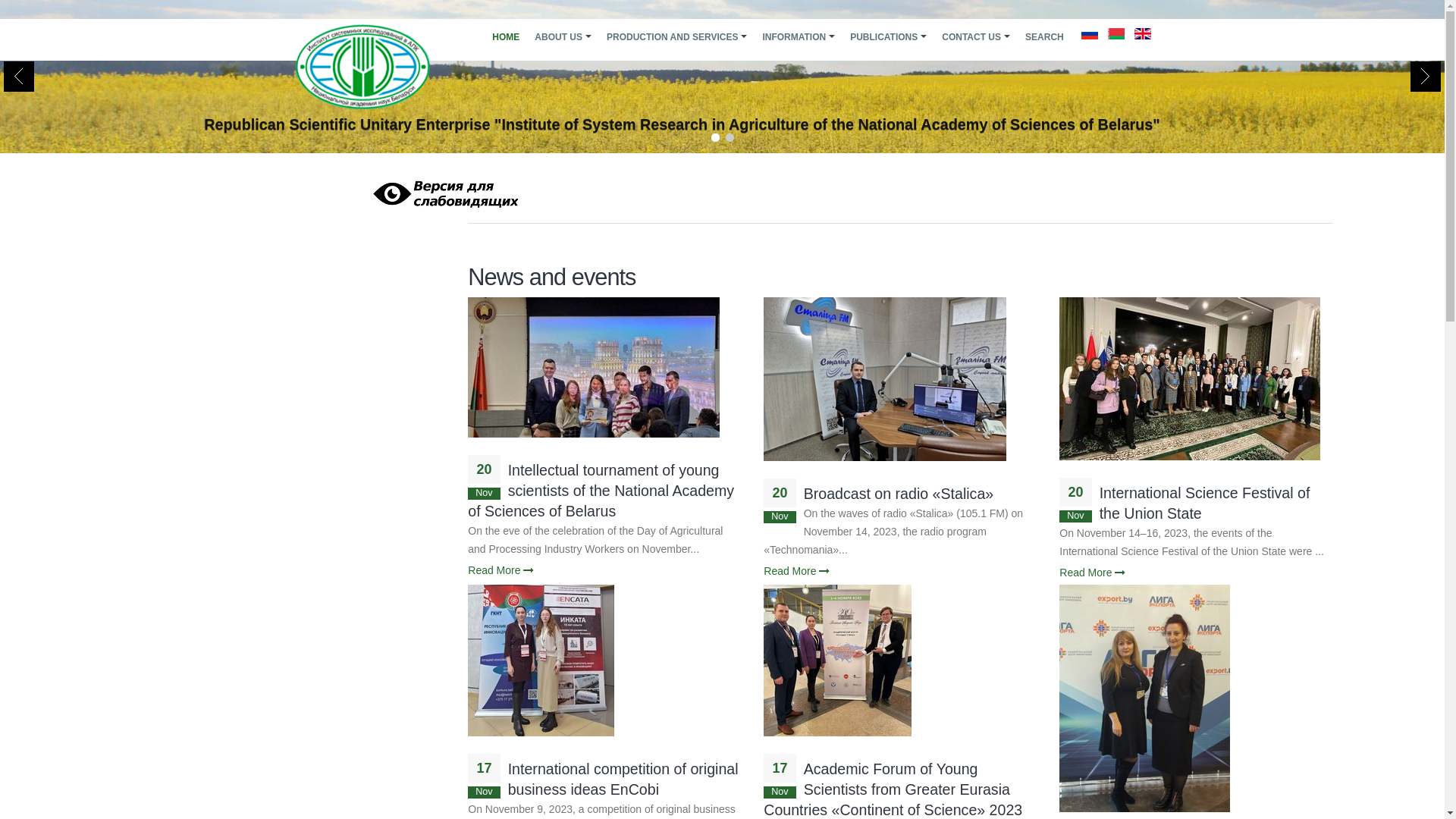 This screenshot has height=819, width=1456. What do you see at coordinates (442, 193) in the screenshot?
I see `'Visually impaired site version'` at bounding box center [442, 193].